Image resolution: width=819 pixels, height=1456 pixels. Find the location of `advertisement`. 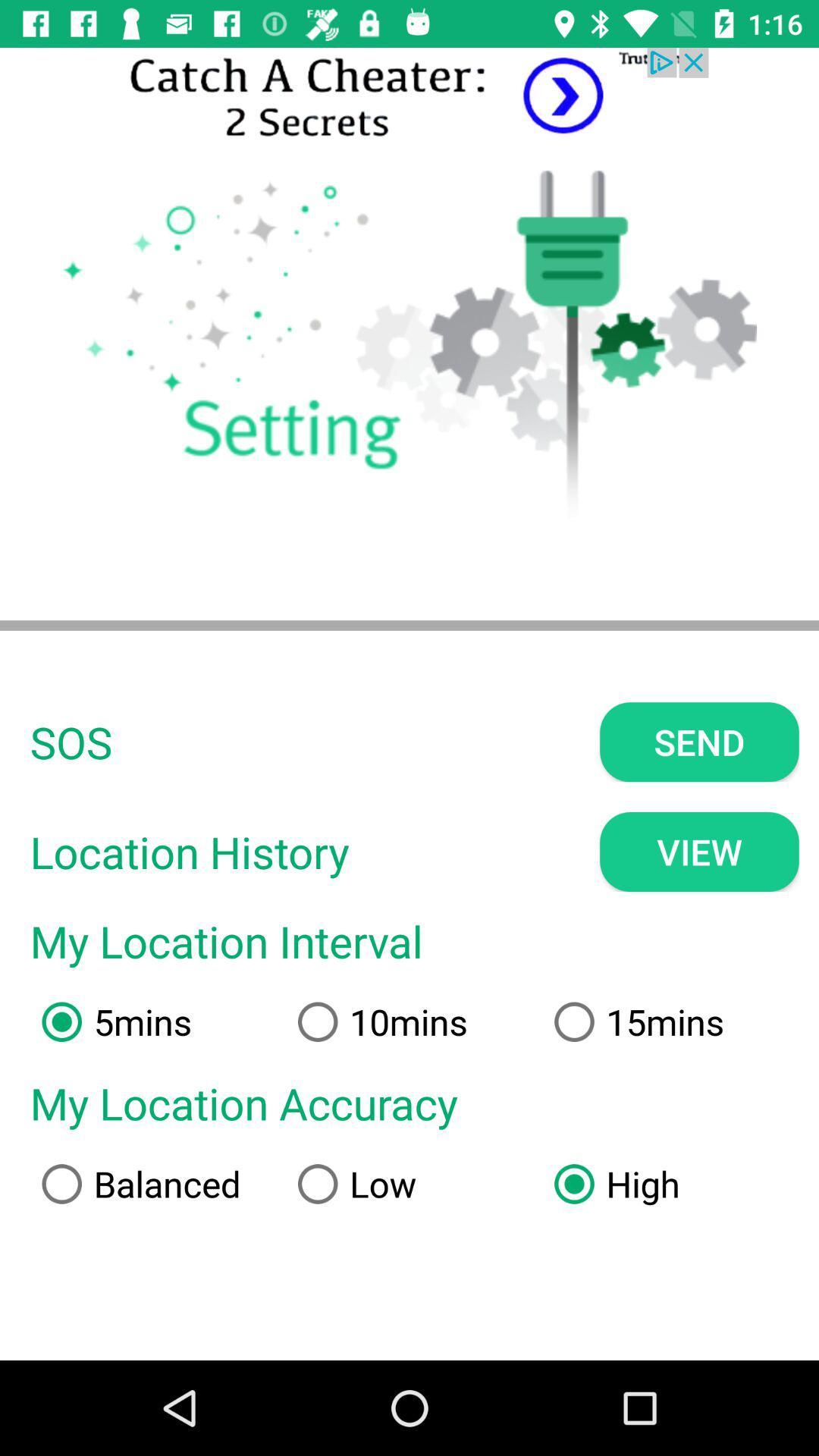

advertisement is located at coordinates (409, 96).